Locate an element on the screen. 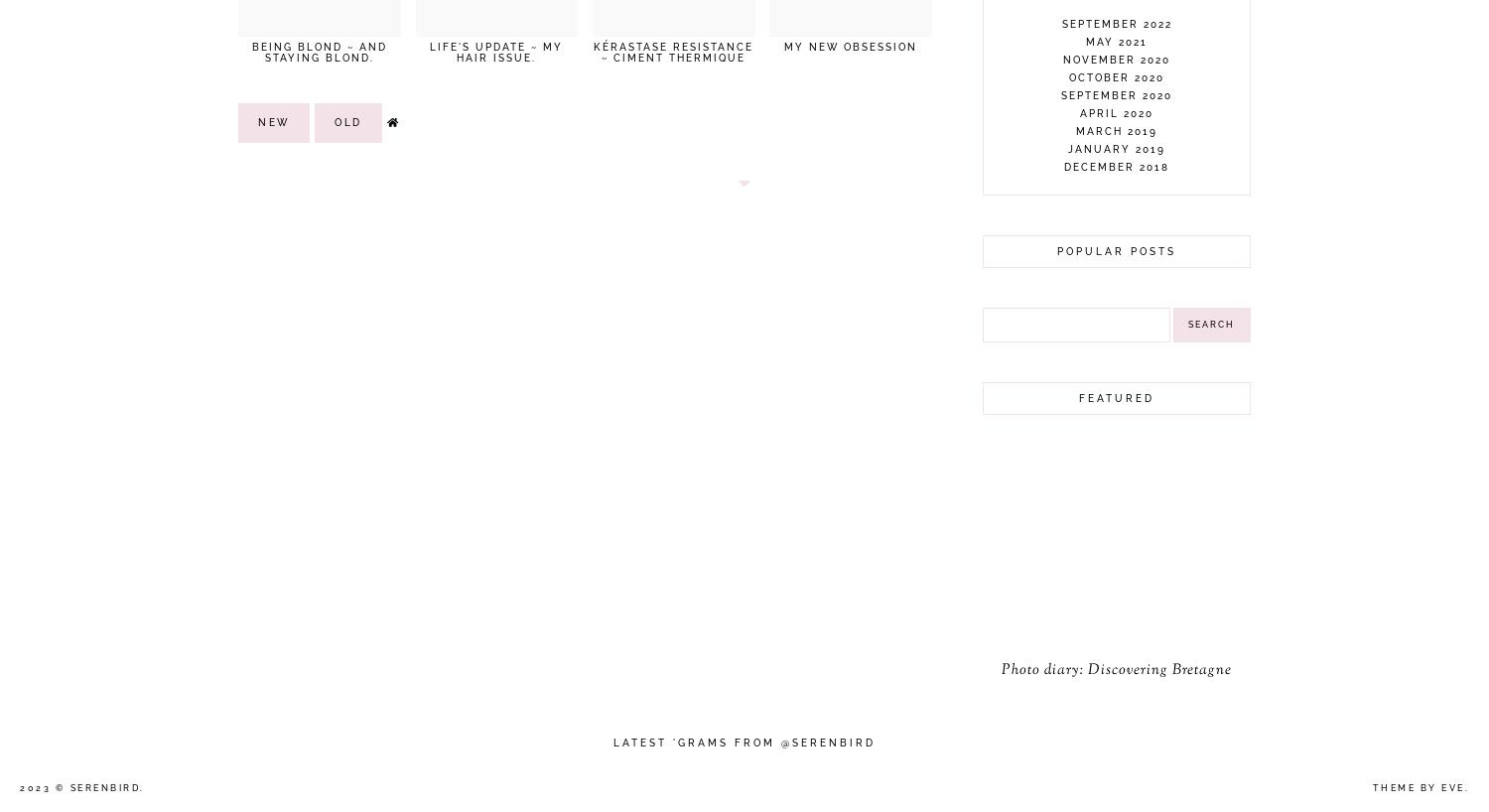 The width and height of the screenshot is (1489, 812). 'August 2016' is located at coordinates (1071, 594).